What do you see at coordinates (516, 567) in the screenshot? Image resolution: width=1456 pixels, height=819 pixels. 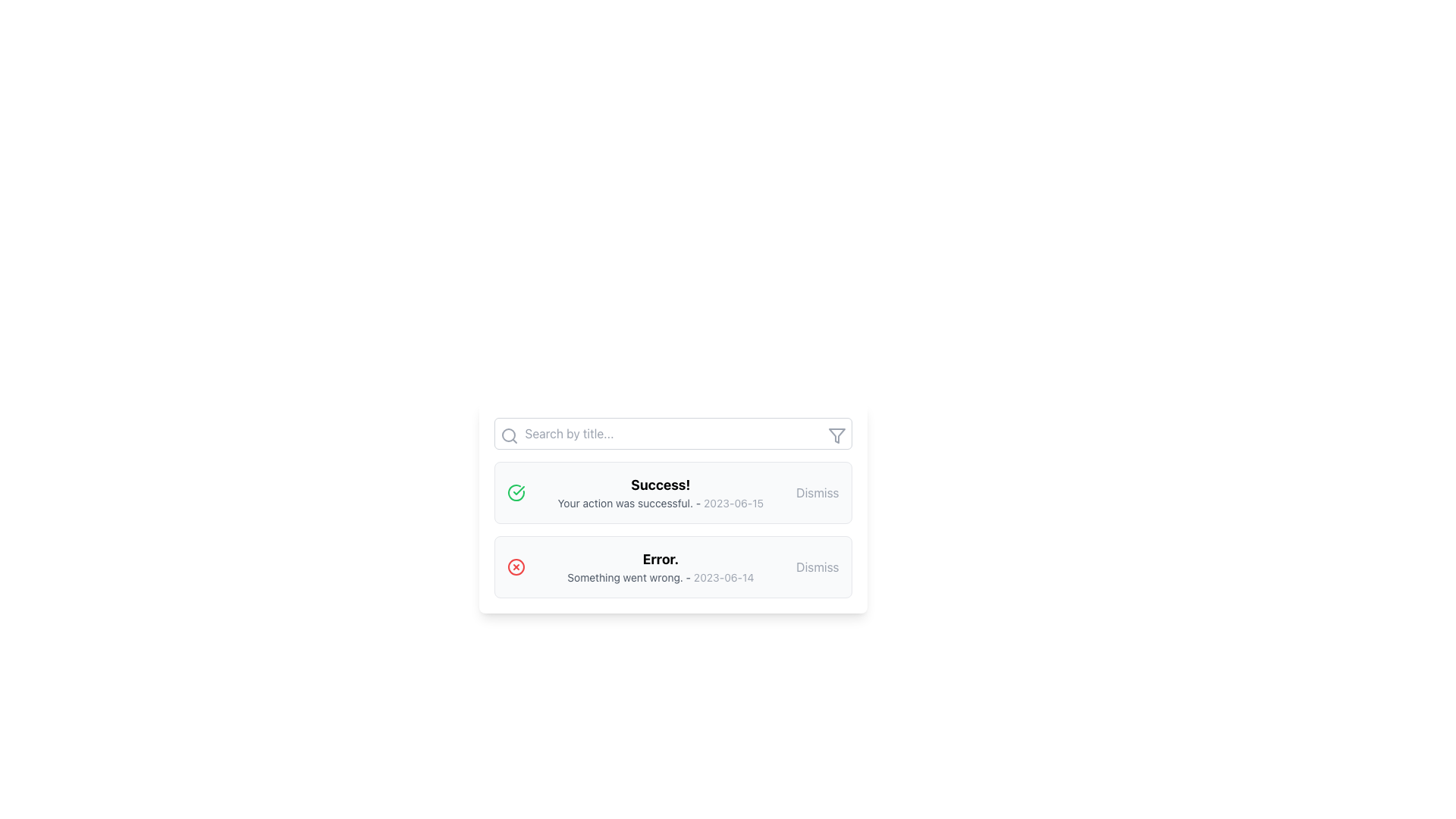 I see `the error status icon located to the left of the error message 'Something went wrong. - 2023-06-14.' within the notification card to acknowledge or dismiss the notification` at bounding box center [516, 567].